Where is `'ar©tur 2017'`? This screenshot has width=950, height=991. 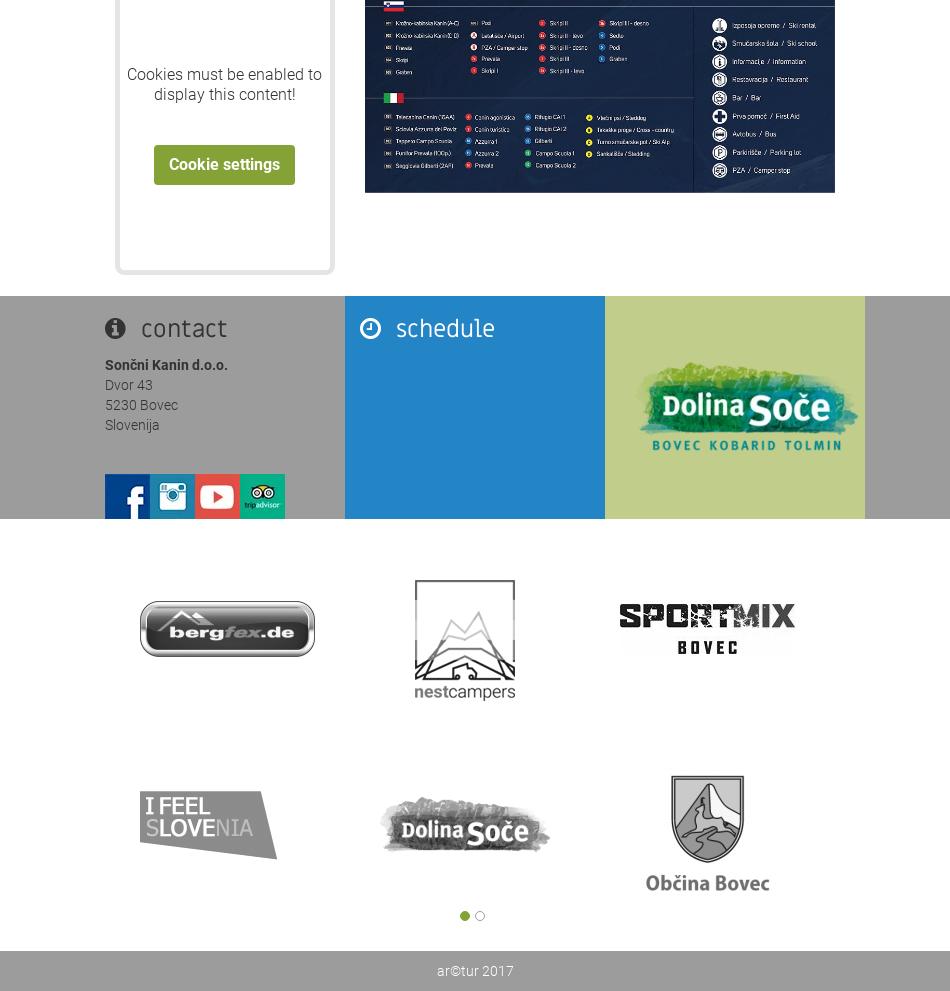 'ar©tur 2017' is located at coordinates (473, 970).